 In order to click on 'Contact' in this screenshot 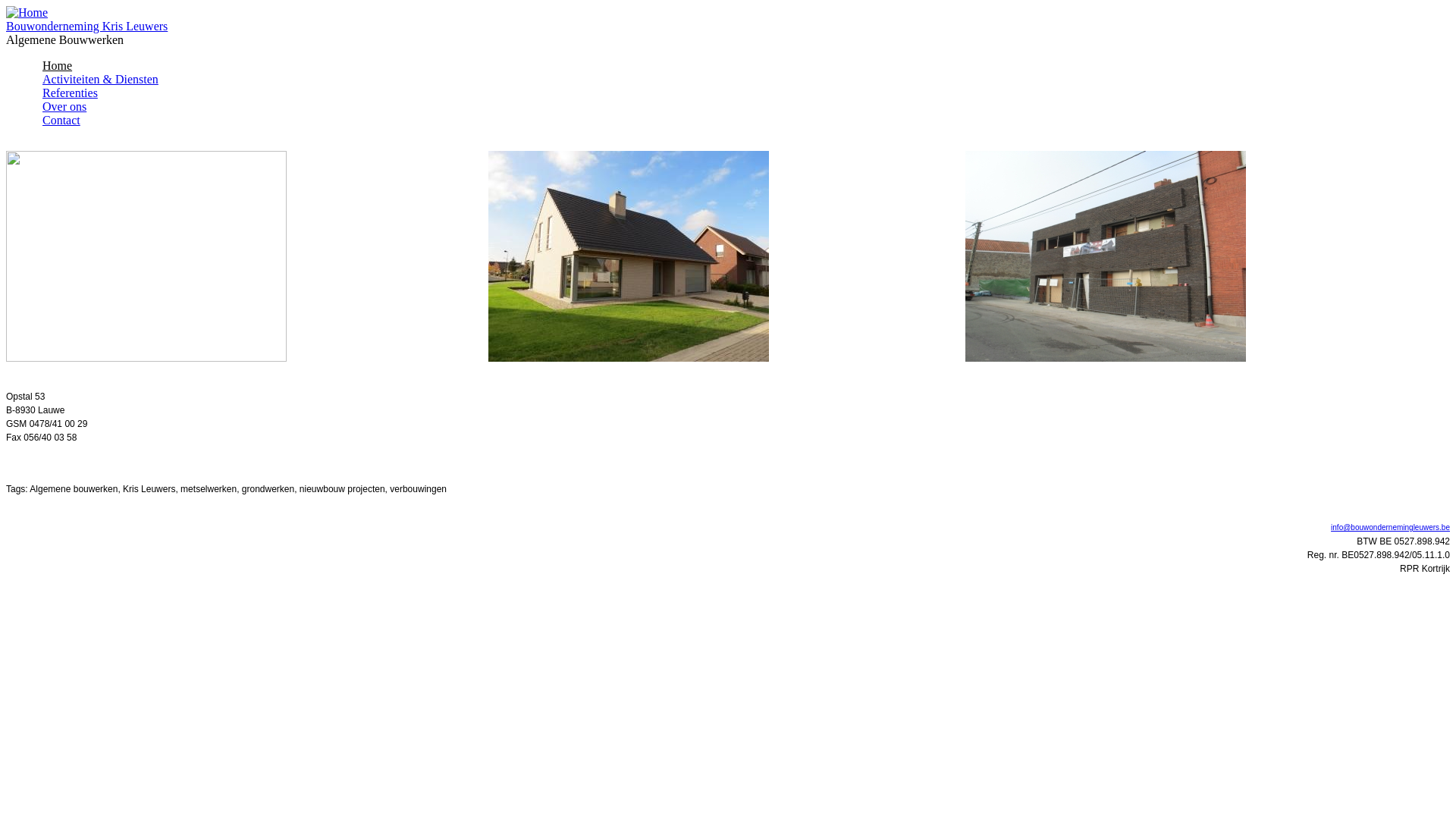, I will do `click(61, 119)`.